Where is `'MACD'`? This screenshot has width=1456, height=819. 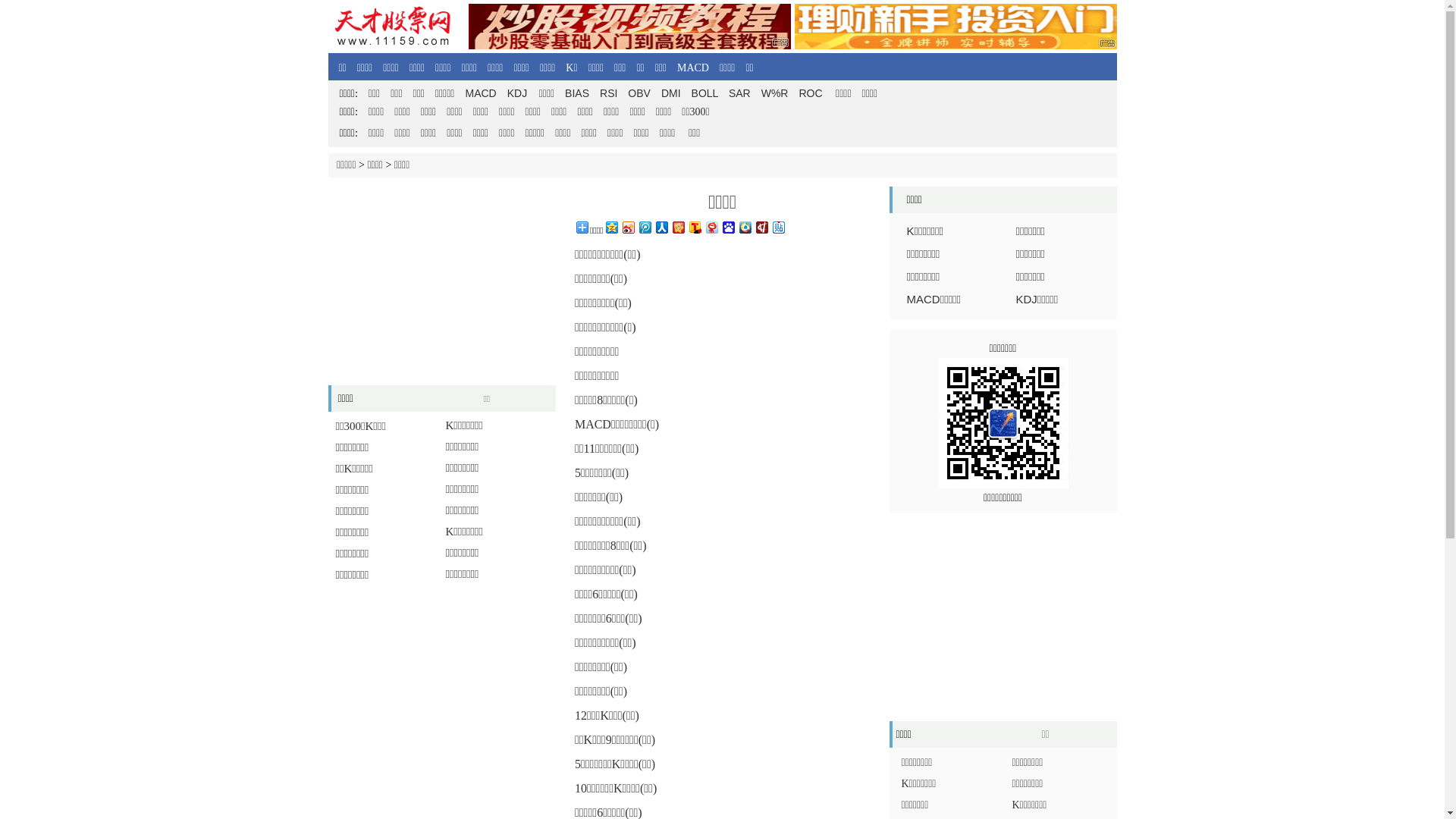 'MACD' is located at coordinates (676, 67).